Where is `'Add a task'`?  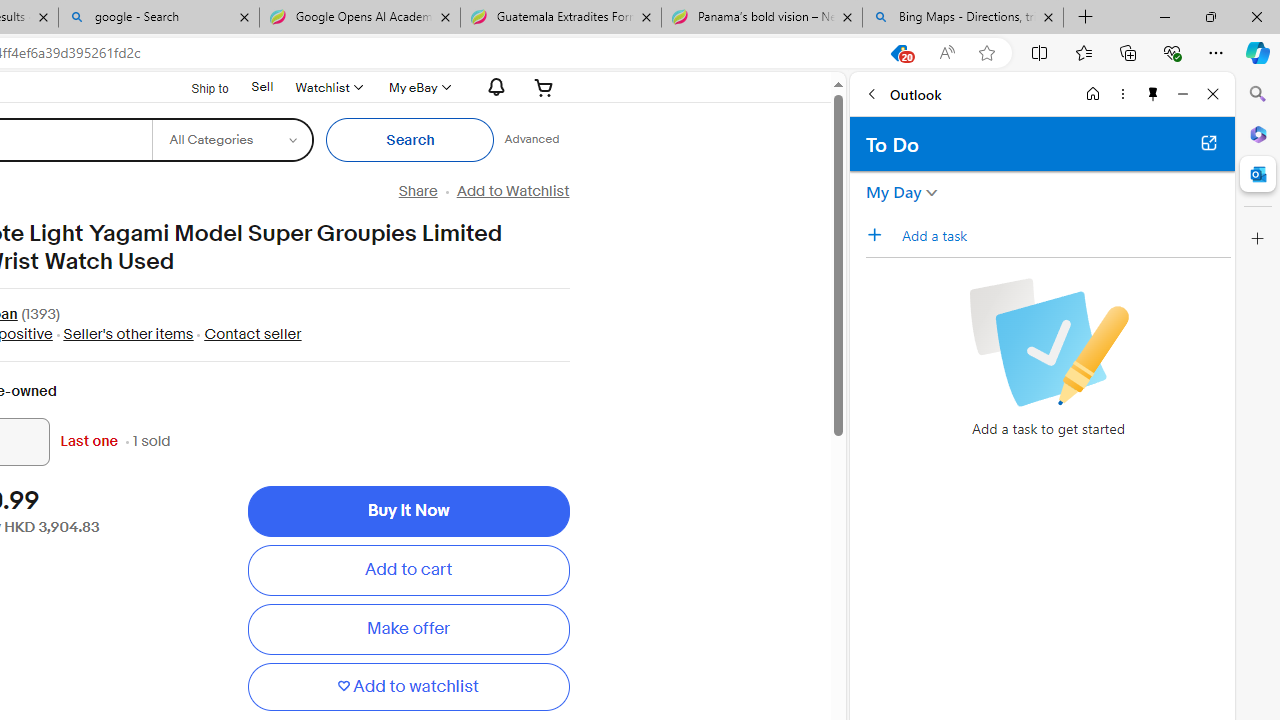 'Add a task' is located at coordinates (1064, 234).